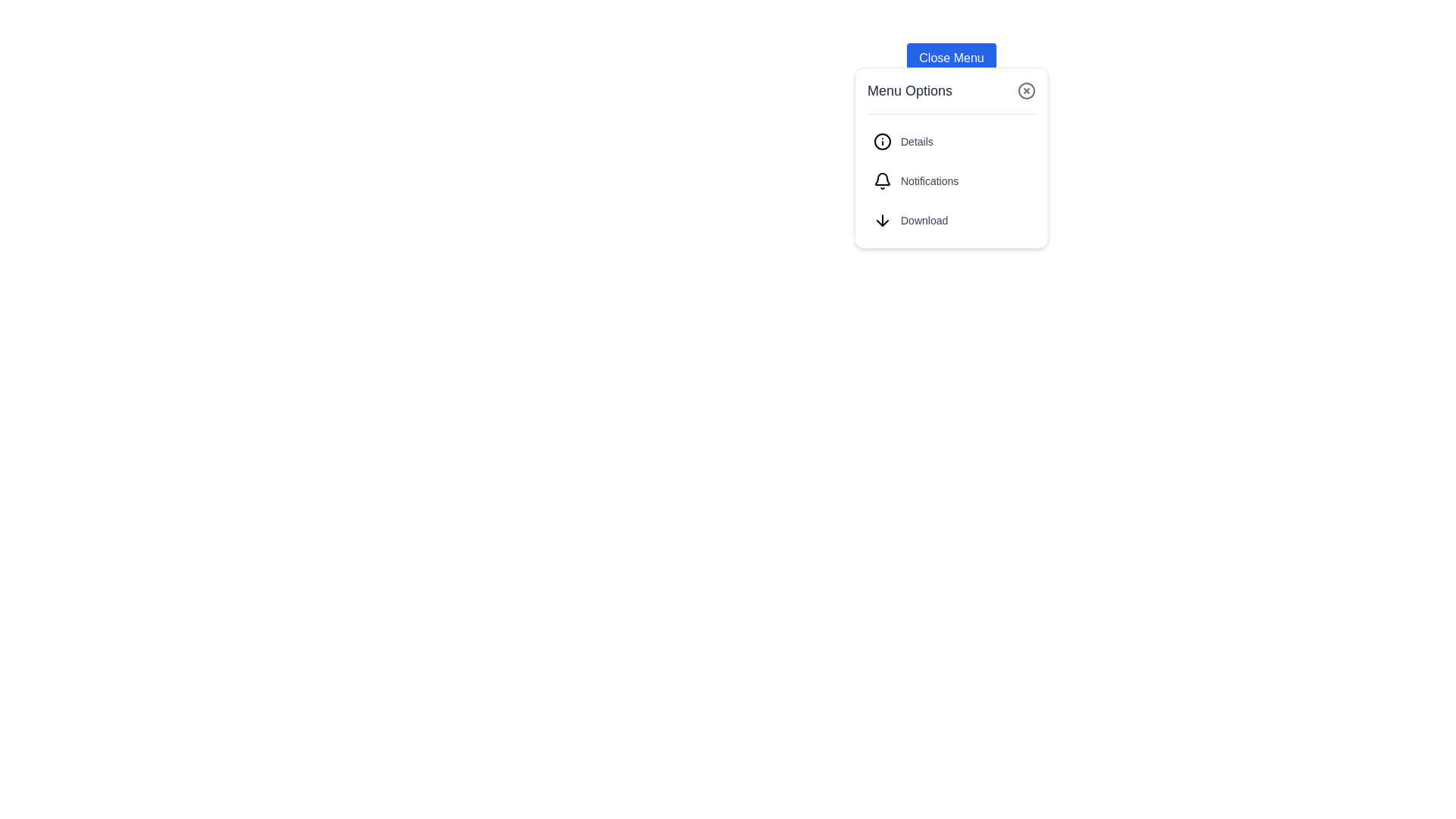  I want to click on the clickable menu item featuring a bell icon and the text 'Notifications', which is the second item in the vertical menu group, so click(950, 180).